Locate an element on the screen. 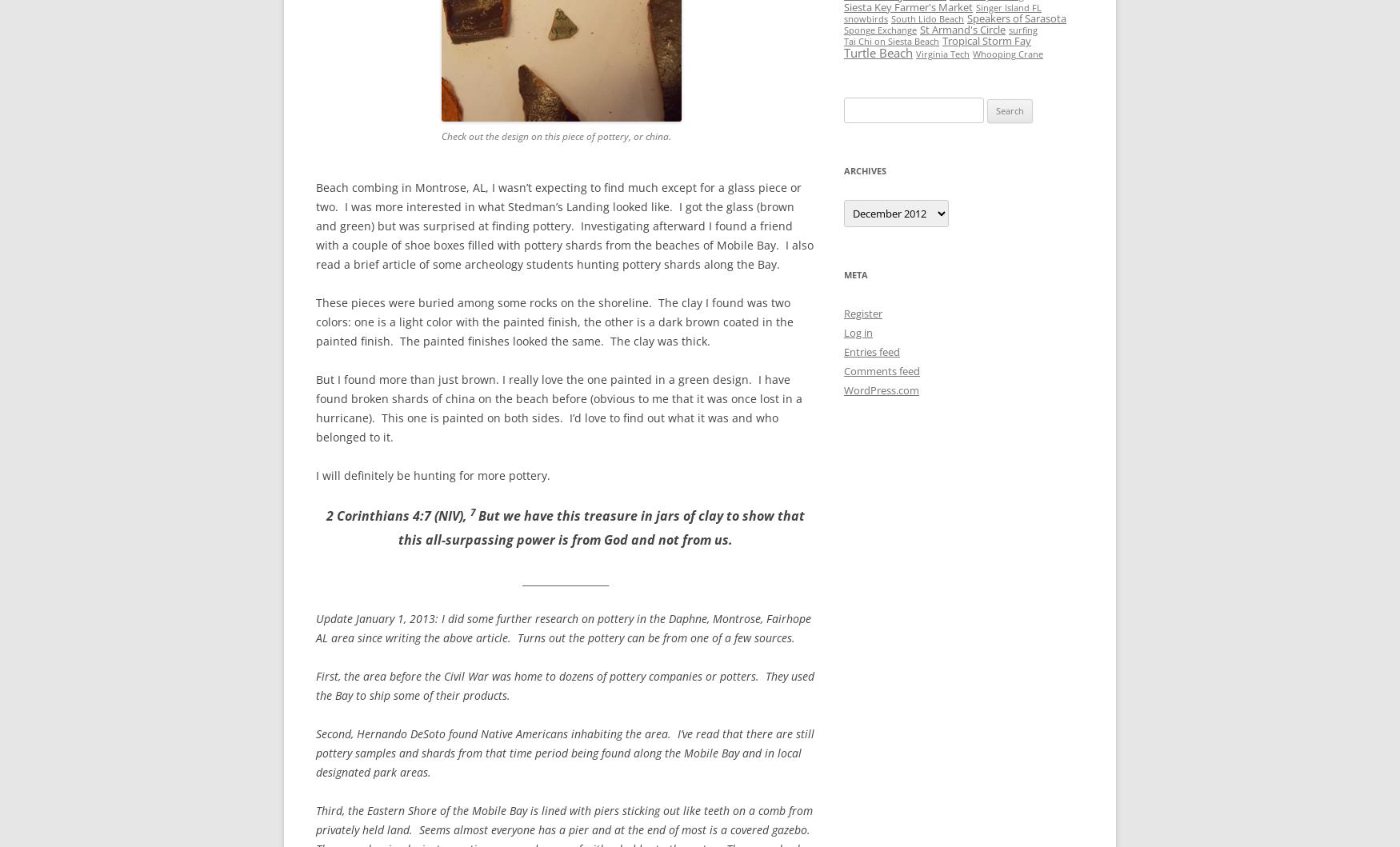 The image size is (1400, 847). 'These pieces were buried among some rocks on the shoreline.  The clay I found was two colors: one is a light color with the painted finish, the other is a dark brown coated in the painted finish.  The painted finishes looked the same.  The clay was thick.' is located at coordinates (554, 321).